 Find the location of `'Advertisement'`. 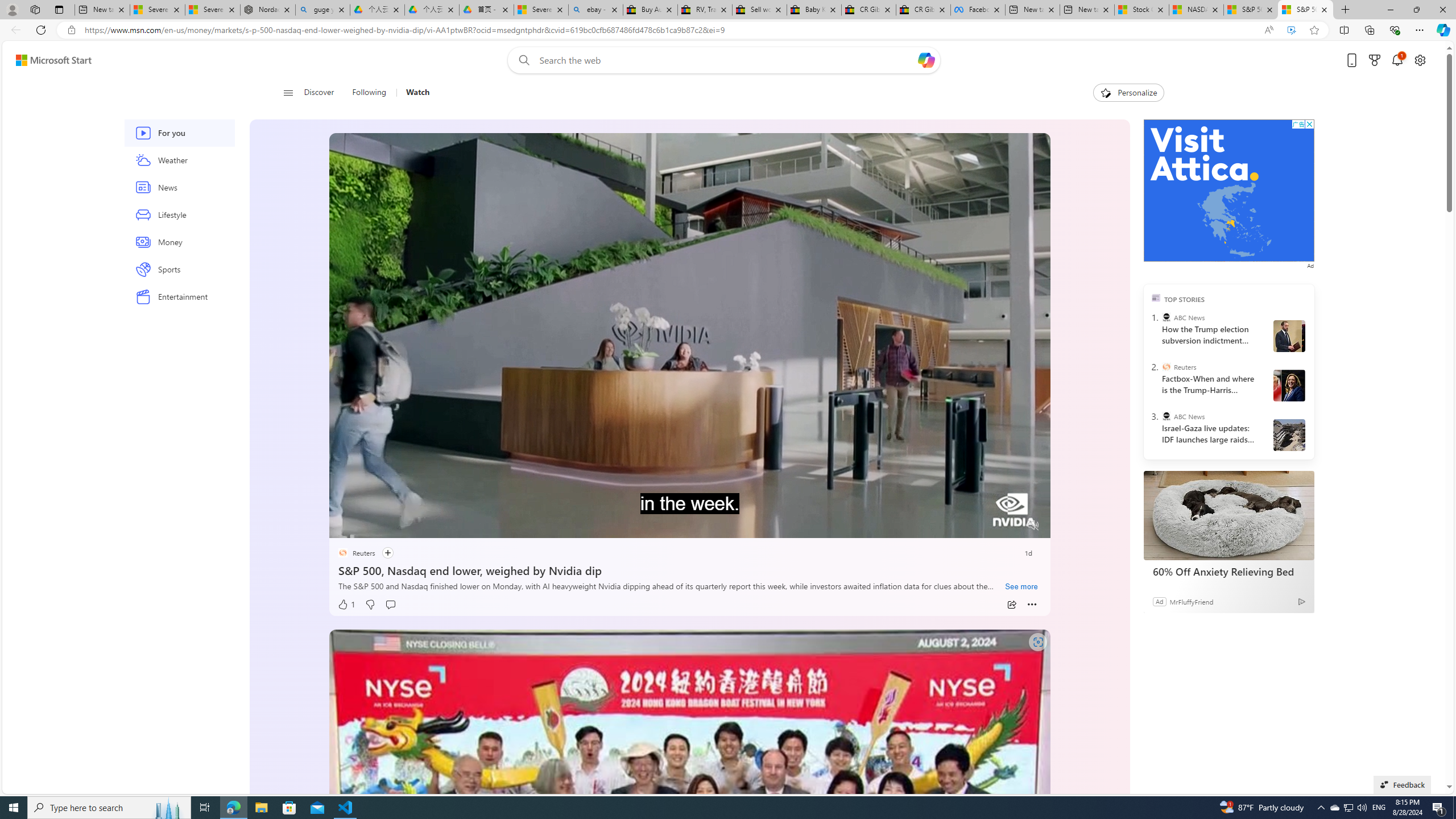

'Advertisement' is located at coordinates (1228, 189).